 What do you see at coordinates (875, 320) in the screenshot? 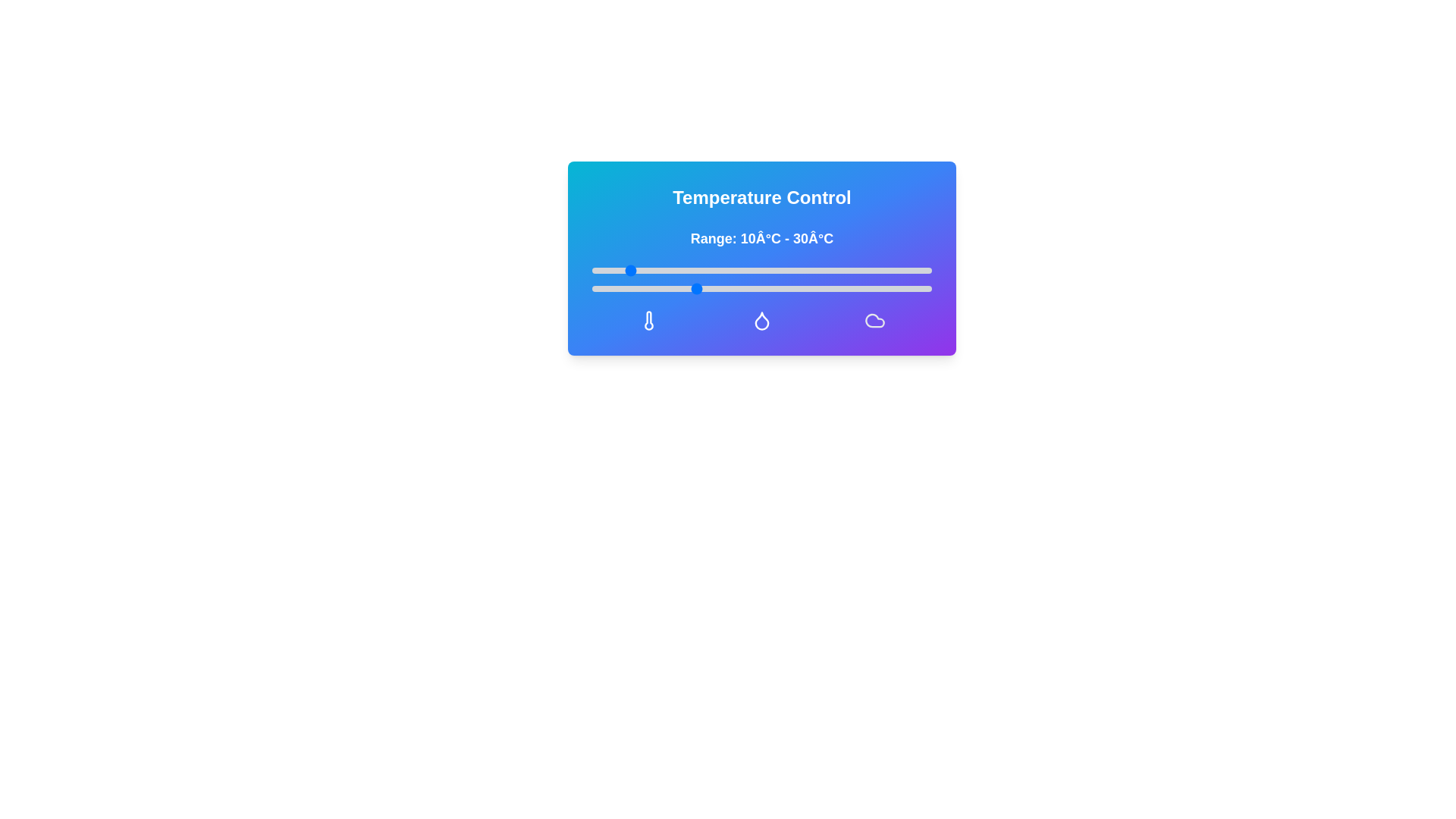
I see `the rightmost cloud outline icon in the bottom row of icons within the 'Temperature Control' card, which is gray in color and has a lightweight design` at bounding box center [875, 320].